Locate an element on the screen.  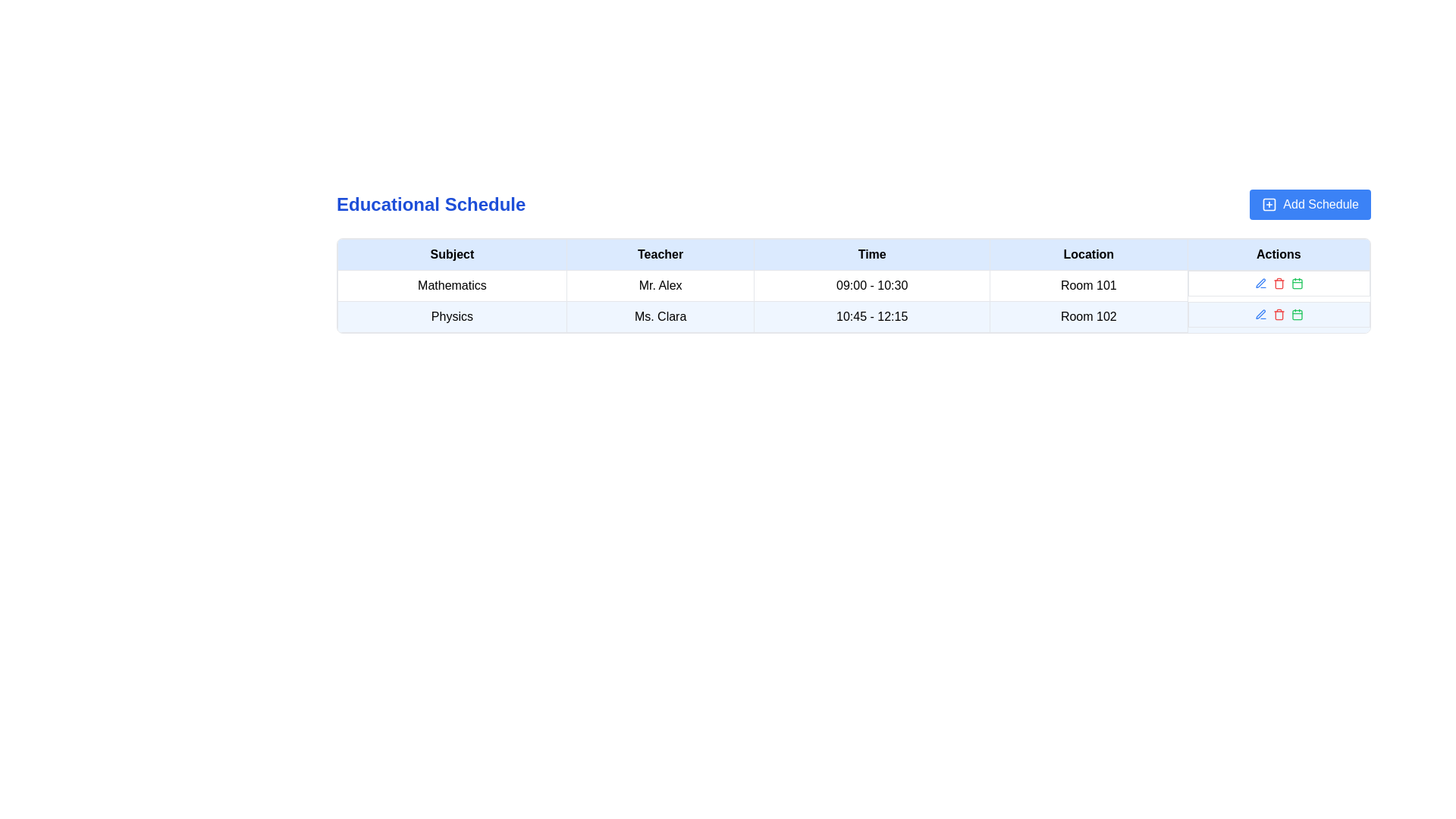
label of the table column header labeled 'Time', which is styled with a light blue background and bold black text, positioned as the third column header in a row is located at coordinates (872, 253).